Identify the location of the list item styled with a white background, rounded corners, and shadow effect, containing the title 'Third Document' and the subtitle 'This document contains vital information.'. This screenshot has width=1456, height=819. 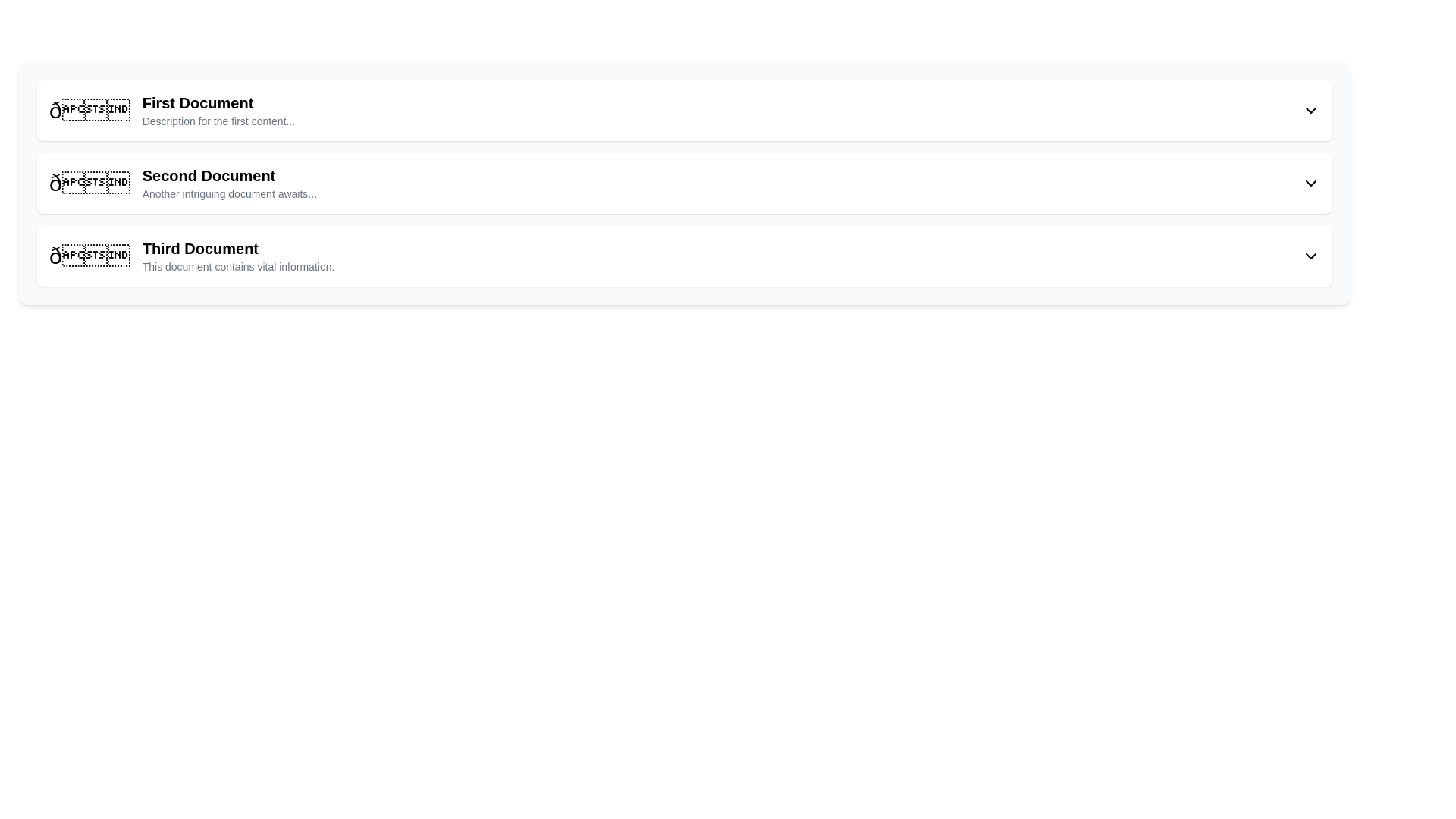
(683, 256).